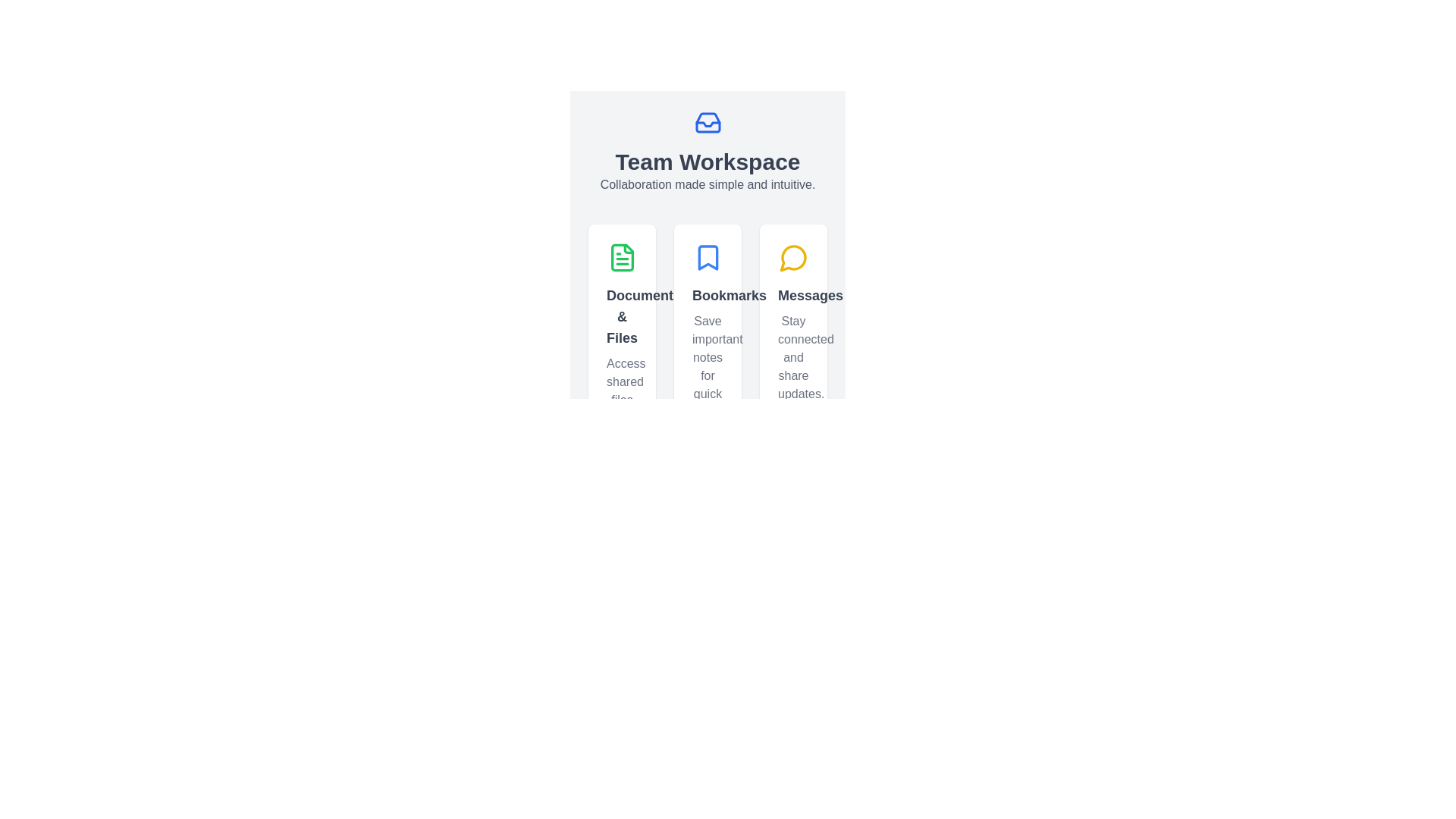  I want to click on the Section Header with Icon and Text that introduces the 'Team Workspace' feature, so click(707, 152).